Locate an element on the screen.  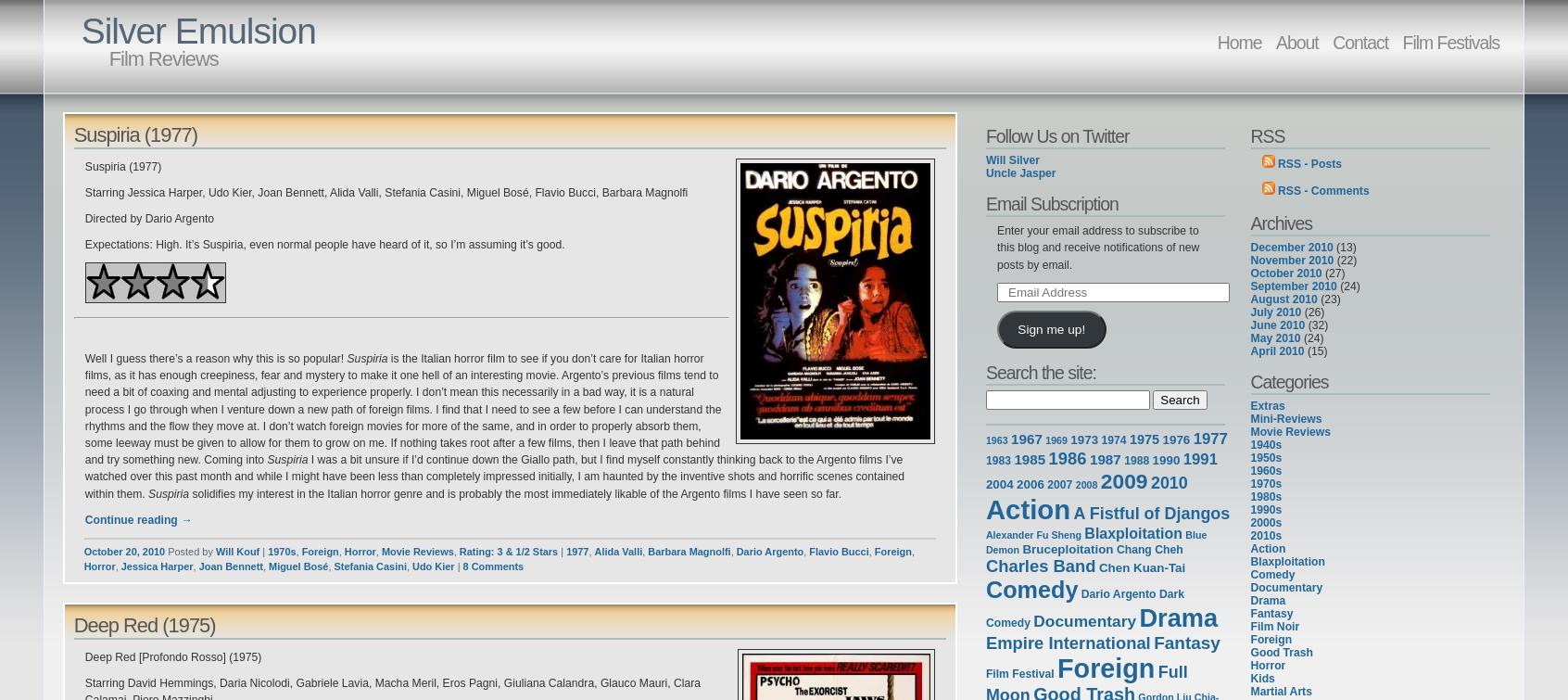
'Flavio Bucci' is located at coordinates (838, 550).